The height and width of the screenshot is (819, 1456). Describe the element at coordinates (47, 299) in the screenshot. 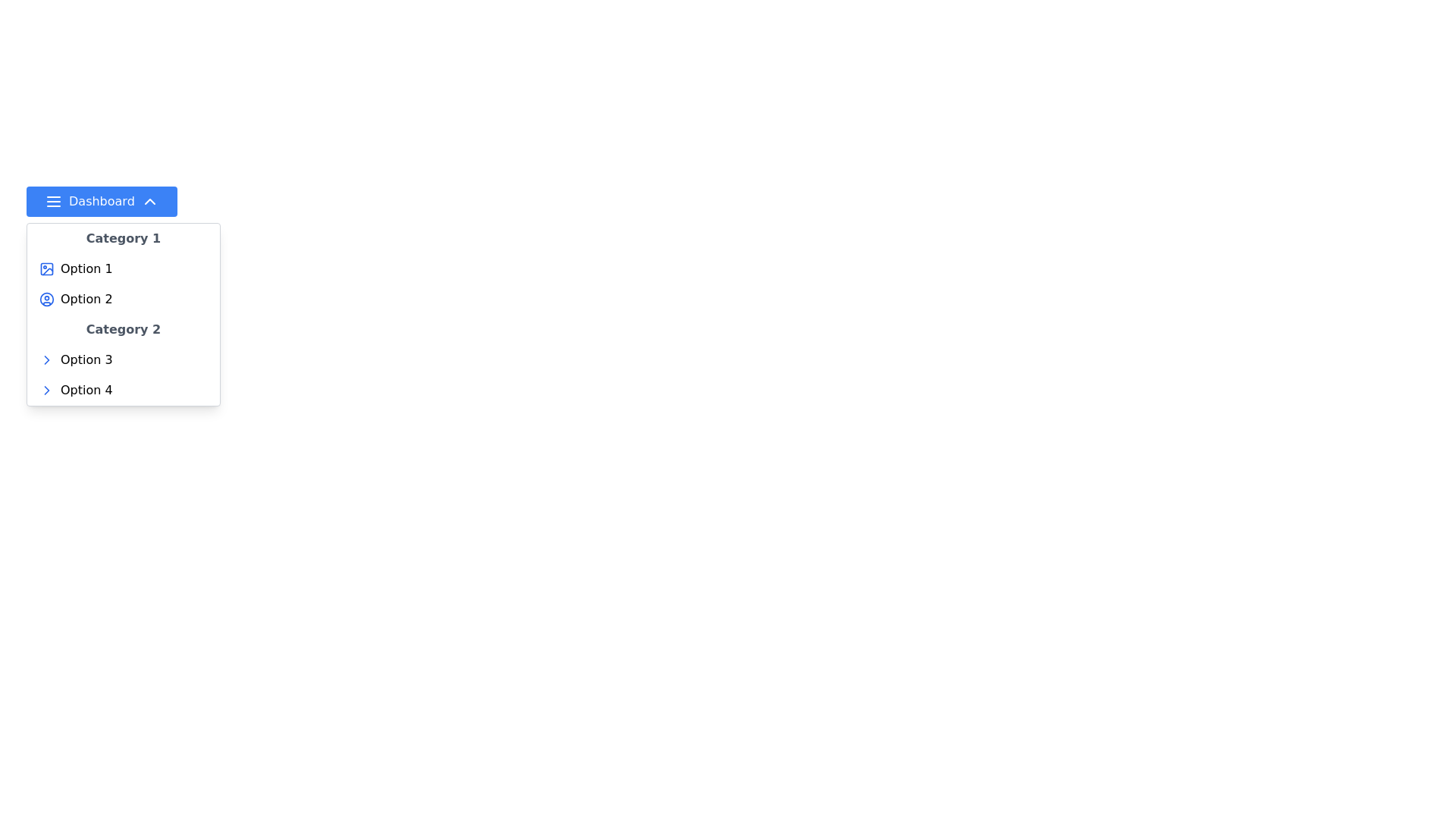

I see `the user profile icon with a blue circle outline located to the left of the text 'Option 2' in the second option under 'Category 1' in the dropdown menu` at that location.